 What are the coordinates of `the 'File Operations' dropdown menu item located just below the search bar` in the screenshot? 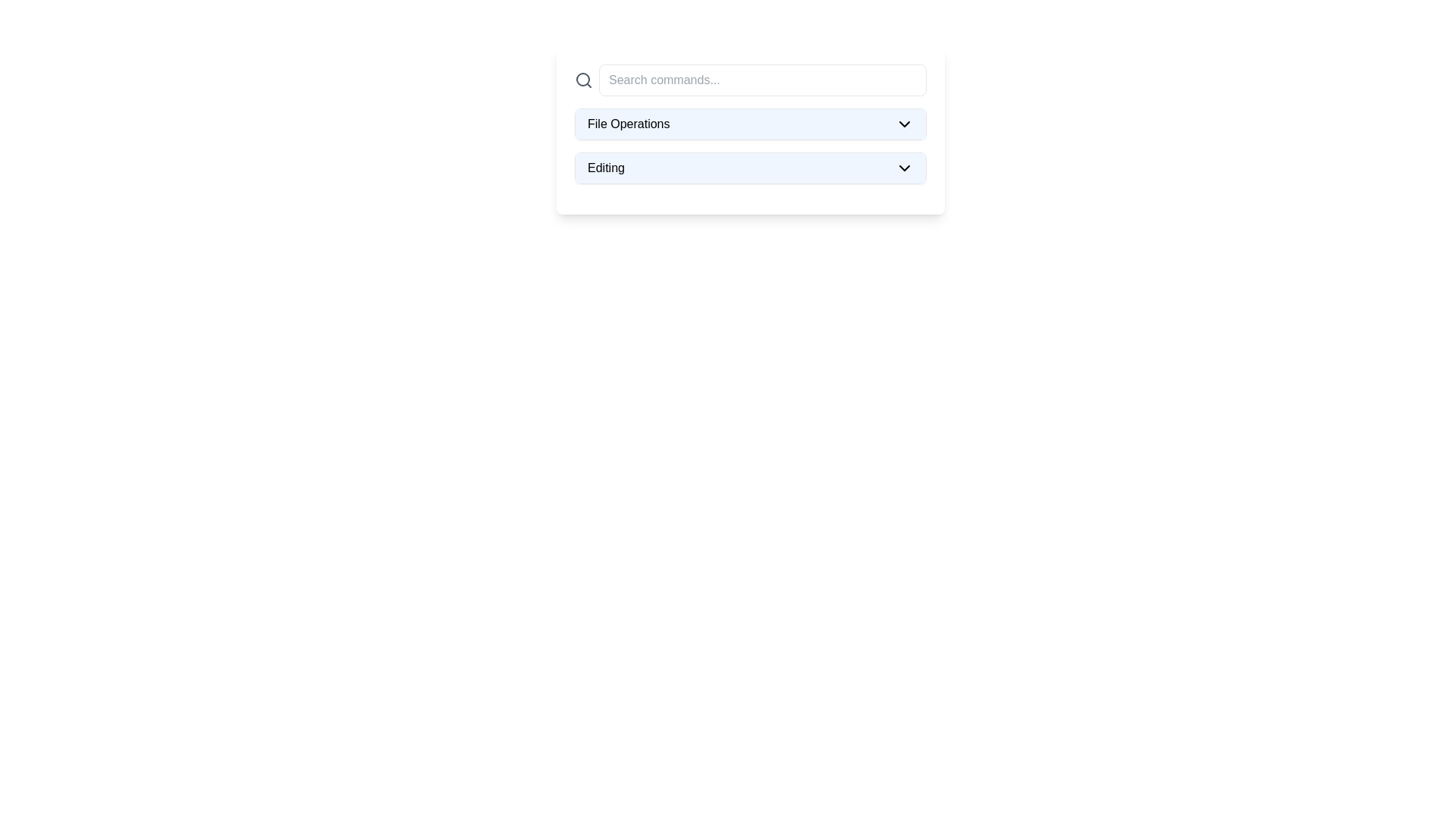 It's located at (750, 124).